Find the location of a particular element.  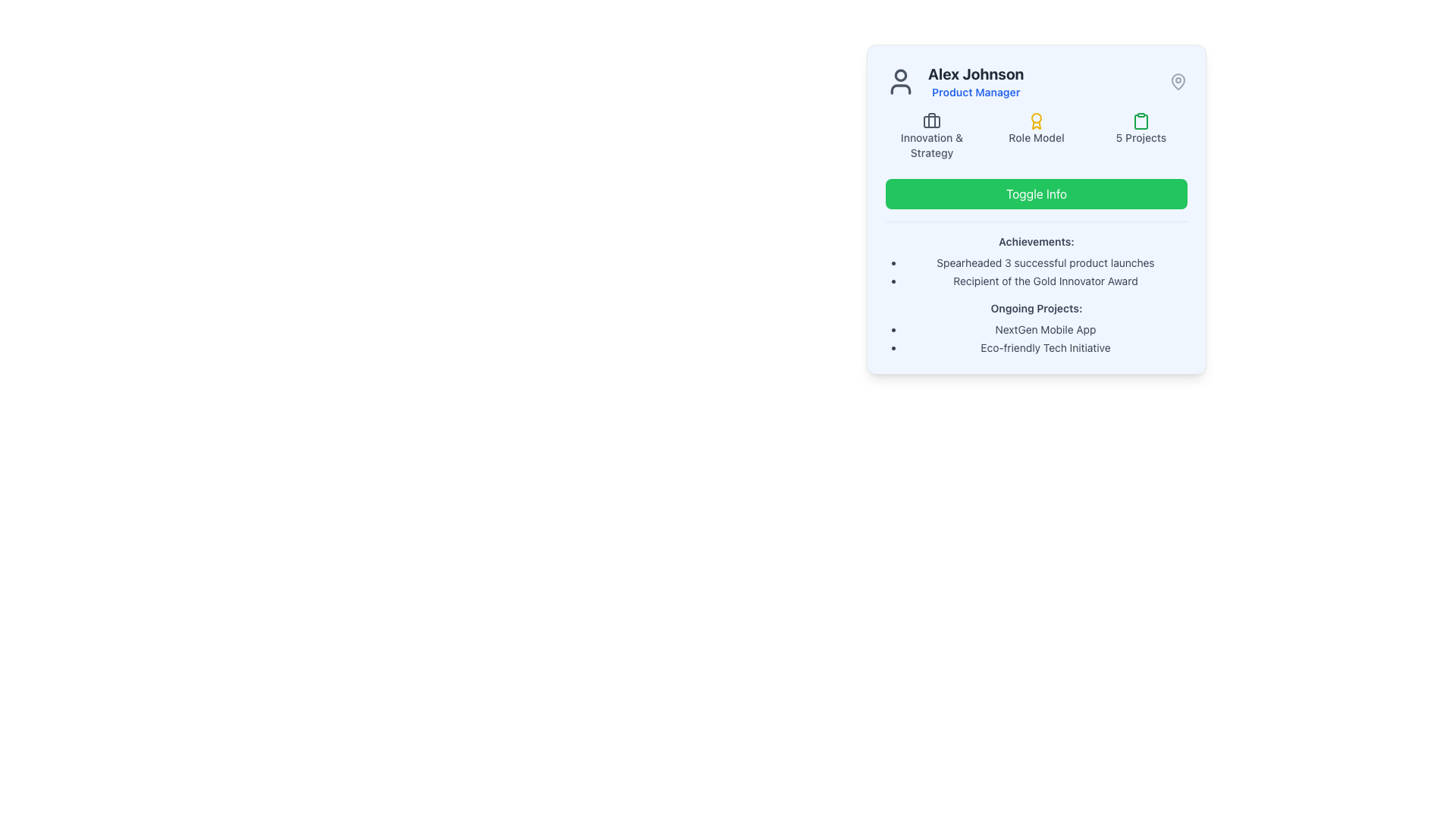

text label serving as the heading for the achievements section, located above the bulleted list and below the separator line is located at coordinates (1036, 241).